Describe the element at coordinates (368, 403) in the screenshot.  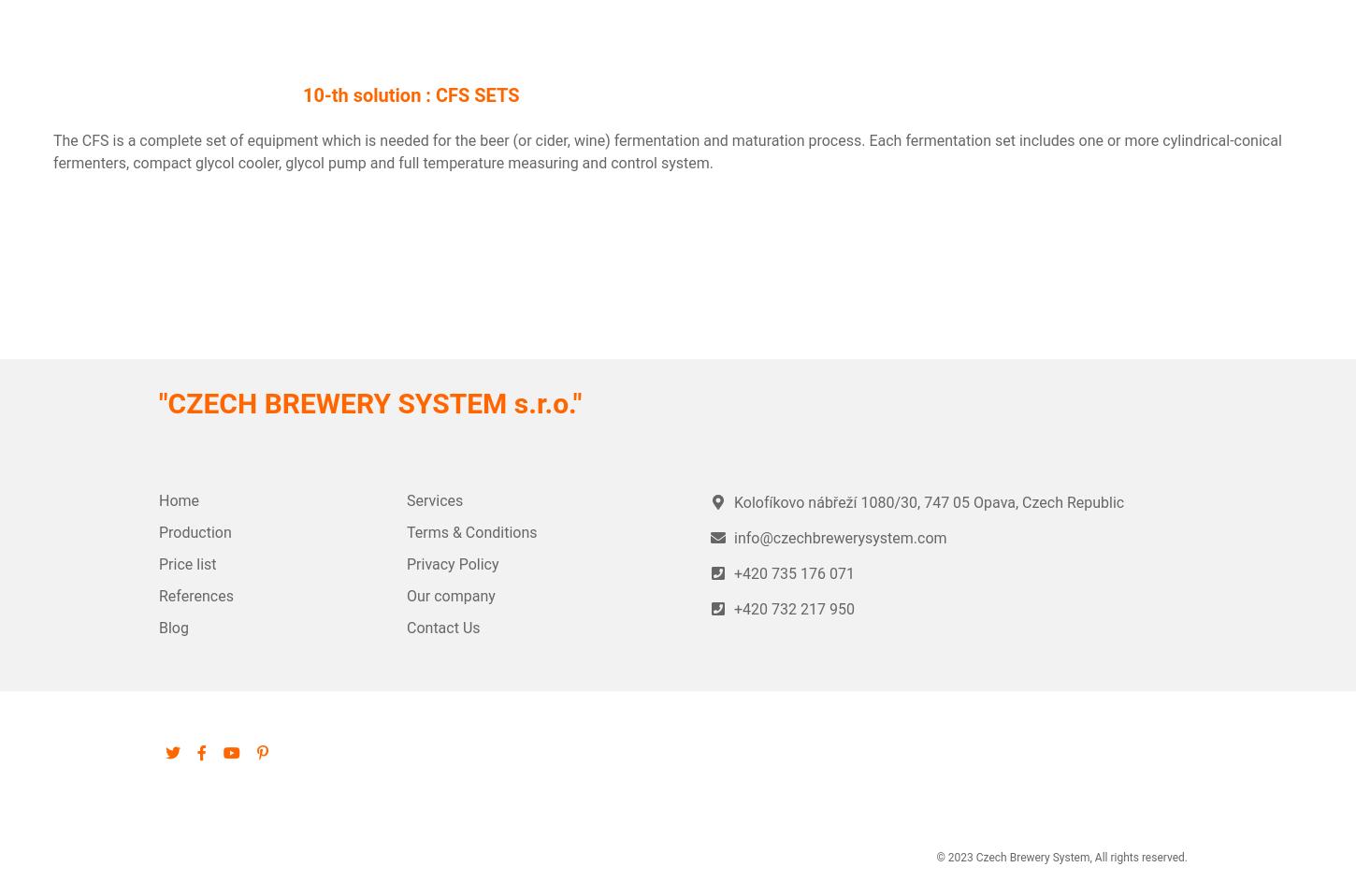
I see `'"CZECH BREWERY SYSTEM s.r.o."'` at that location.